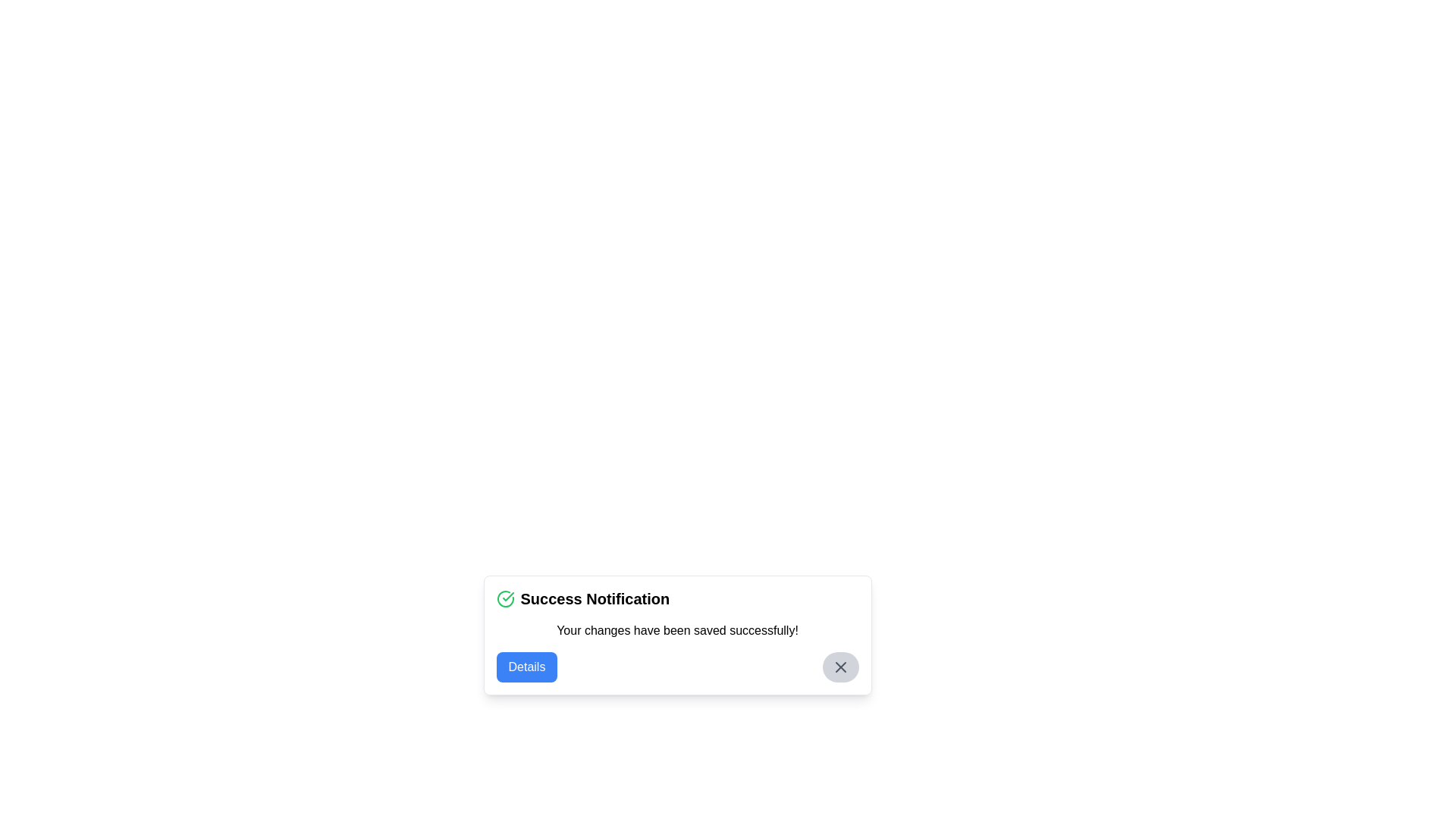 This screenshot has height=819, width=1456. What do you see at coordinates (839, 666) in the screenshot?
I see `the close button icon located at the top-right corner of the success notification modal` at bounding box center [839, 666].